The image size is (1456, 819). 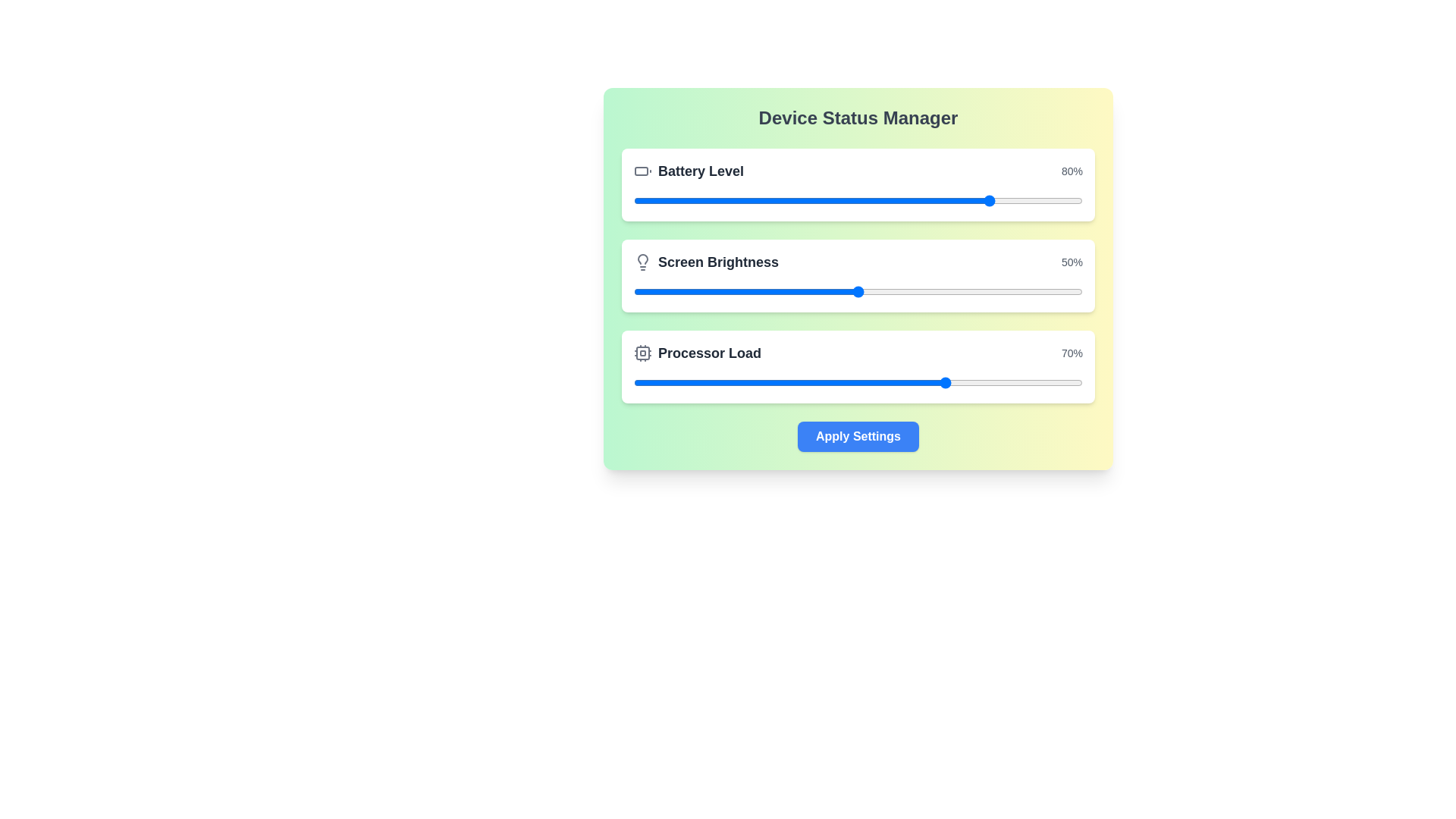 I want to click on Processor Load, so click(x=1006, y=382).